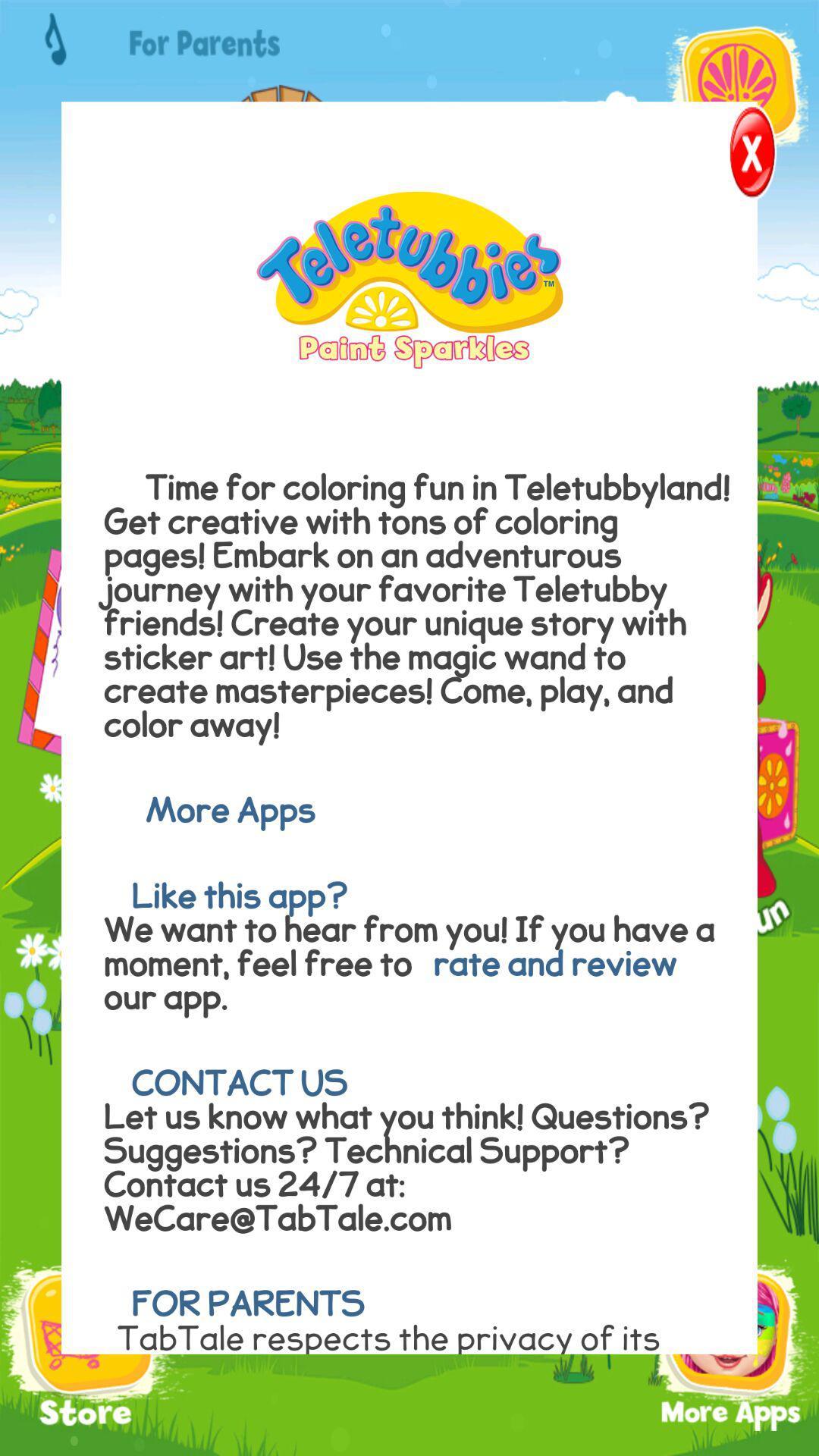  What do you see at coordinates (728, 156) in the screenshot?
I see `close` at bounding box center [728, 156].